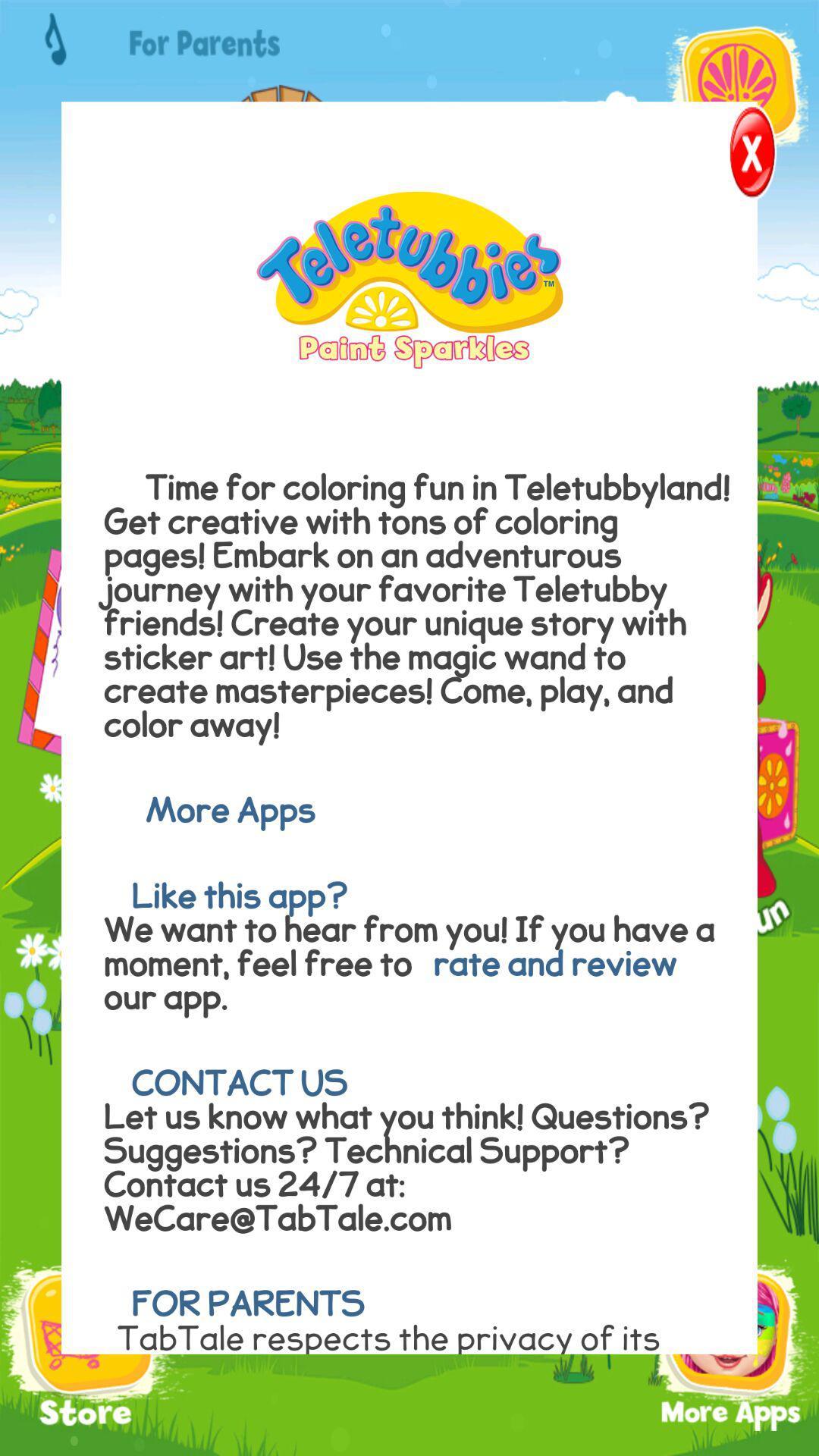  What do you see at coordinates (728, 156) in the screenshot?
I see `close` at bounding box center [728, 156].